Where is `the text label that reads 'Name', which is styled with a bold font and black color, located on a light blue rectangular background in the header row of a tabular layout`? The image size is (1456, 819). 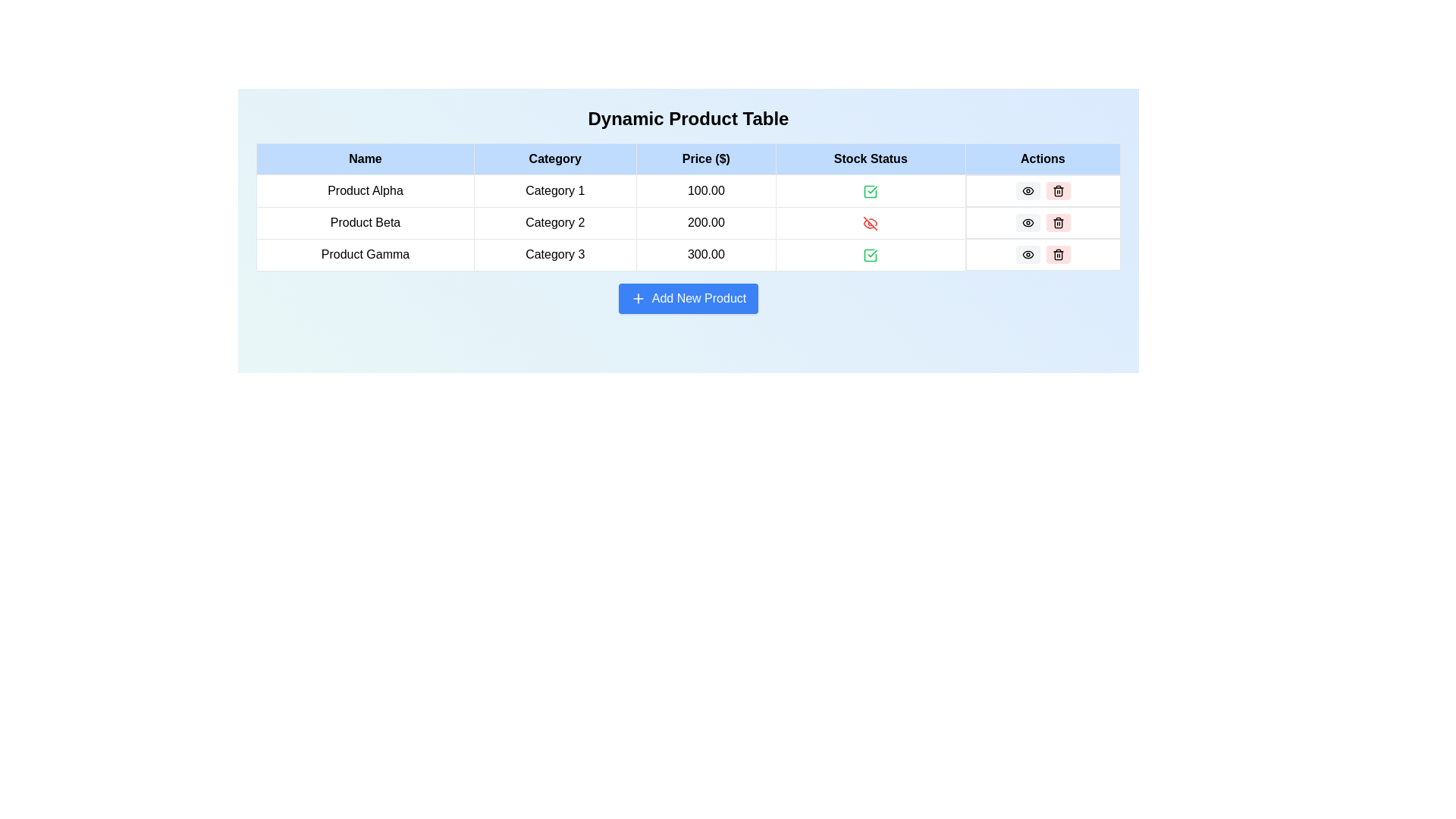 the text label that reads 'Name', which is styled with a bold font and black color, located on a light blue rectangular background in the header row of a tabular layout is located at coordinates (365, 158).